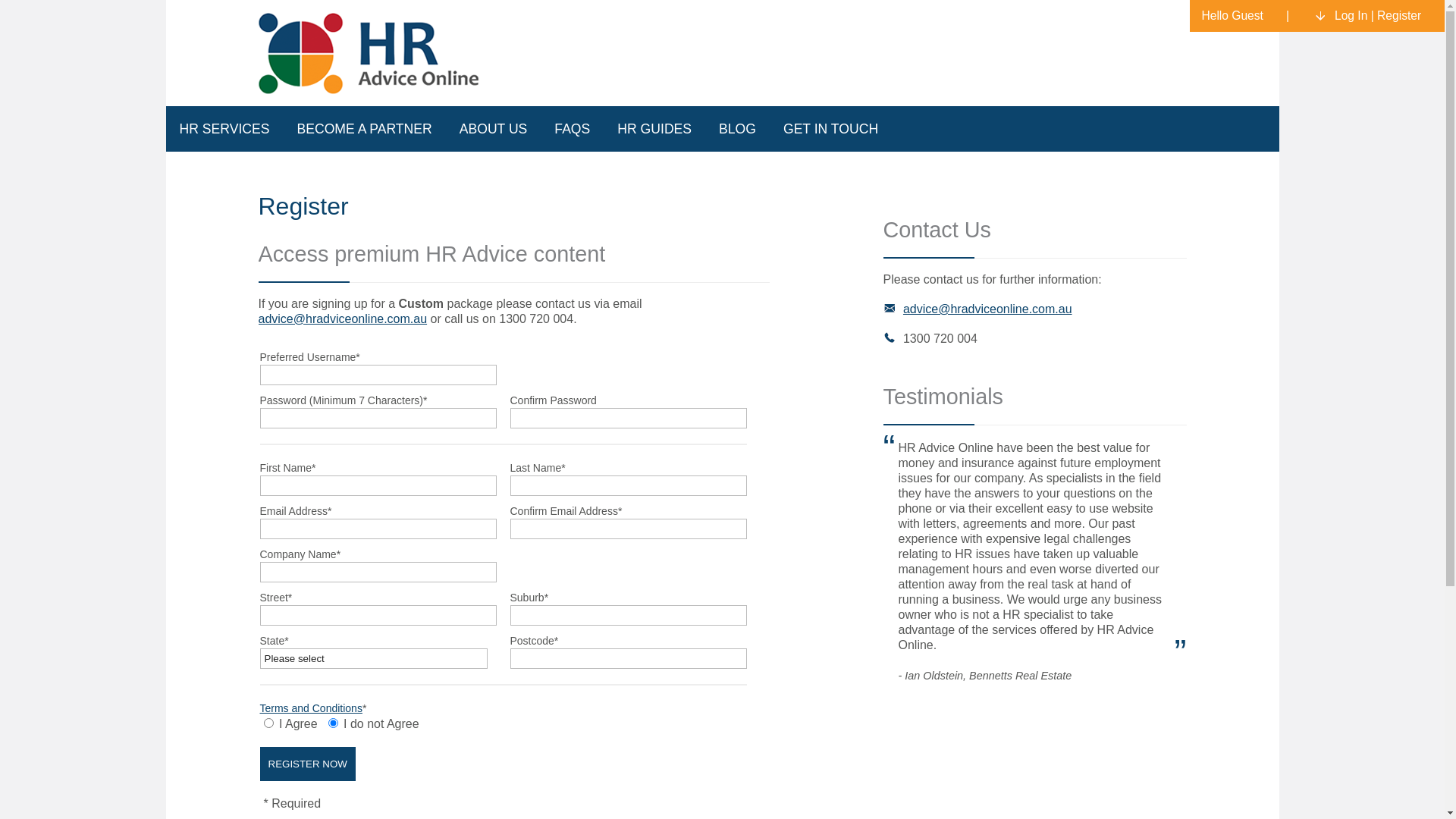 The width and height of the screenshot is (1456, 819). What do you see at coordinates (704, 127) in the screenshot?
I see `'BLOG'` at bounding box center [704, 127].